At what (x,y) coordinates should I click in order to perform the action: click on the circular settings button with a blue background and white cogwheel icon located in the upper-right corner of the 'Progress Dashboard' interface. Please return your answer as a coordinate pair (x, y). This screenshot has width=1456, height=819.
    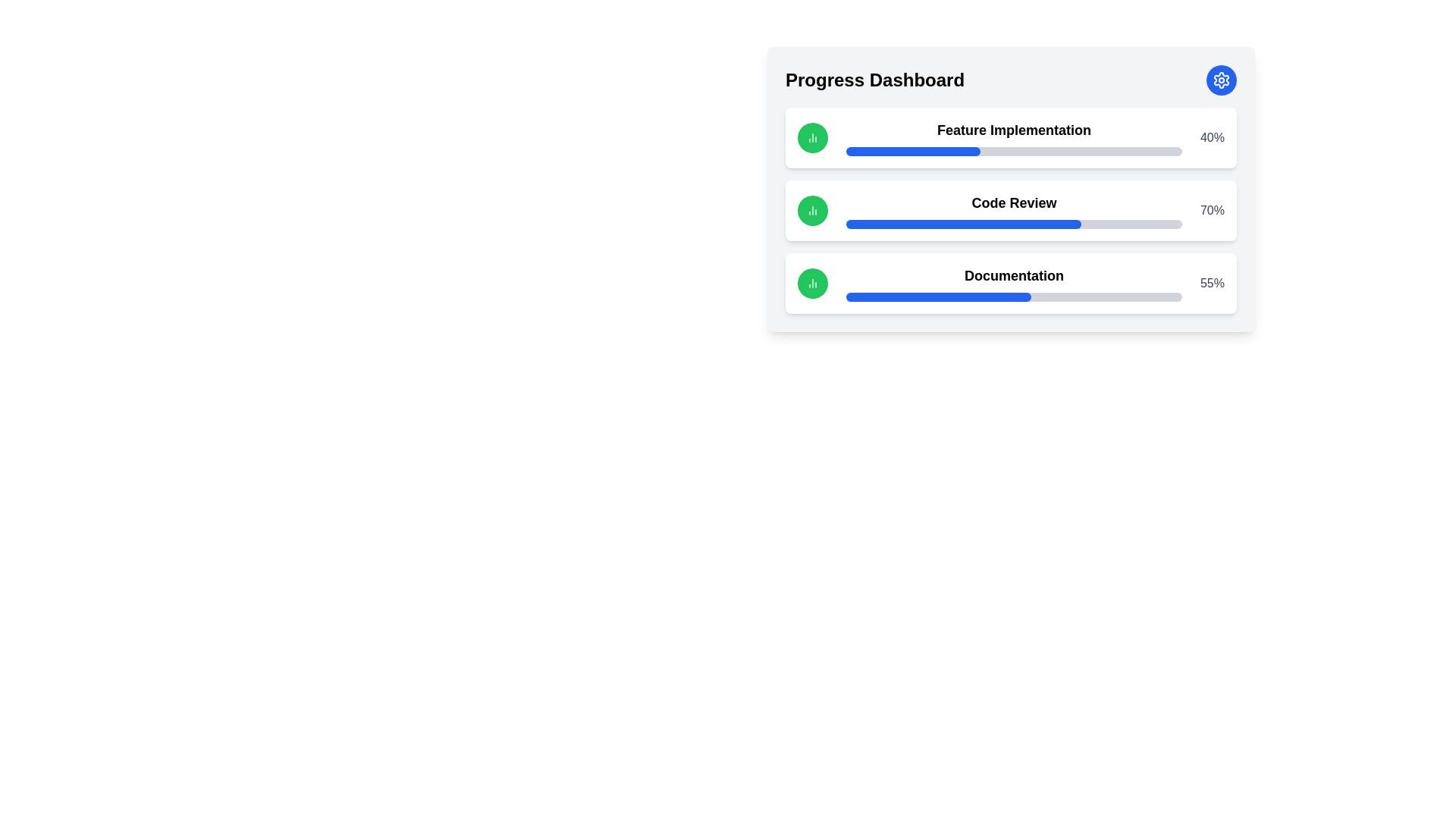
    Looking at the image, I should click on (1222, 80).